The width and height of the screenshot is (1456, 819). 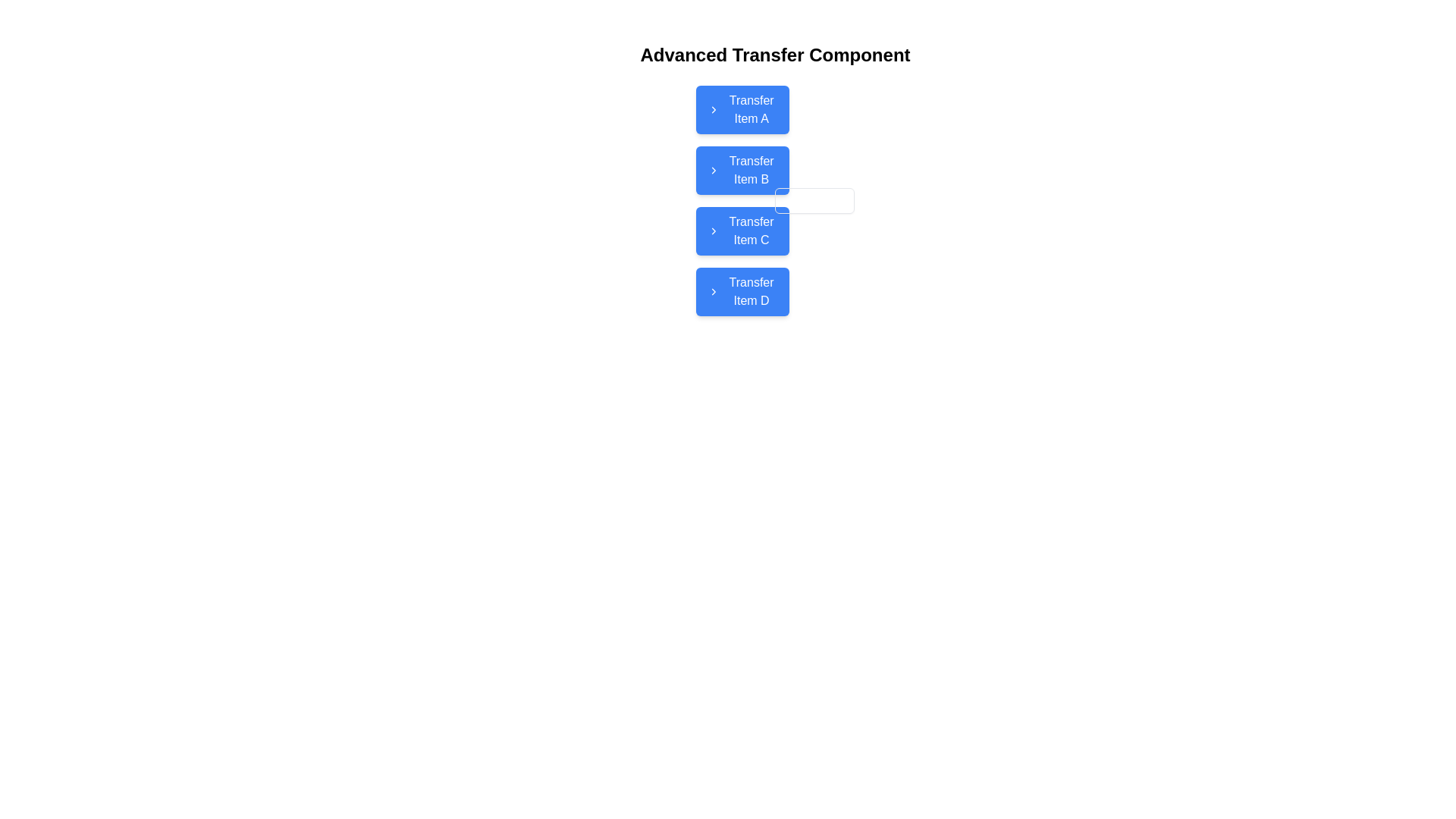 I want to click on the blue button labeled 'Transfer Item C' that has rounded corners and a right-pointing chevron icon, so click(x=742, y=231).